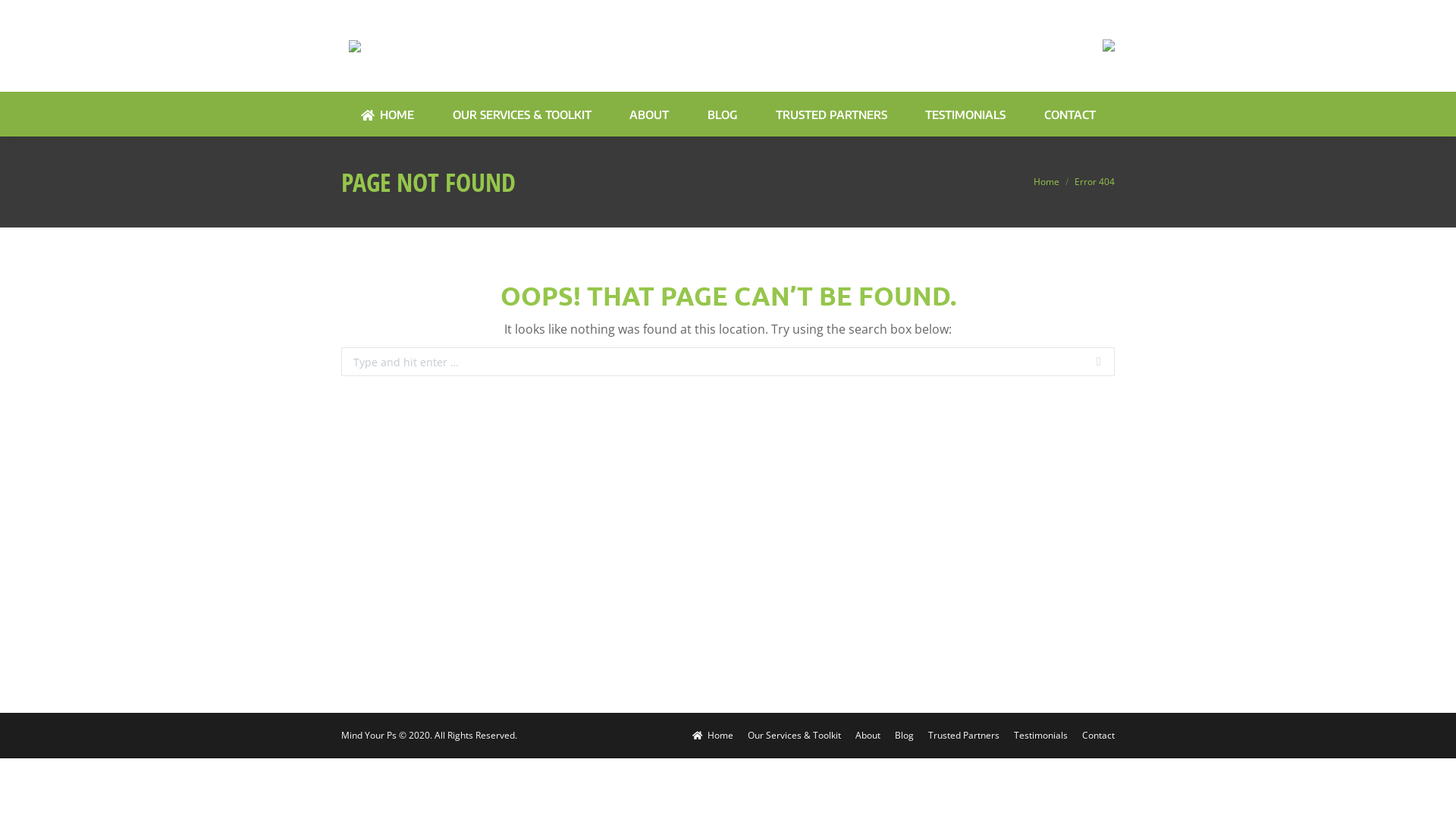 This screenshot has height=819, width=1456. I want to click on 'BLOG', so click(721, 114).